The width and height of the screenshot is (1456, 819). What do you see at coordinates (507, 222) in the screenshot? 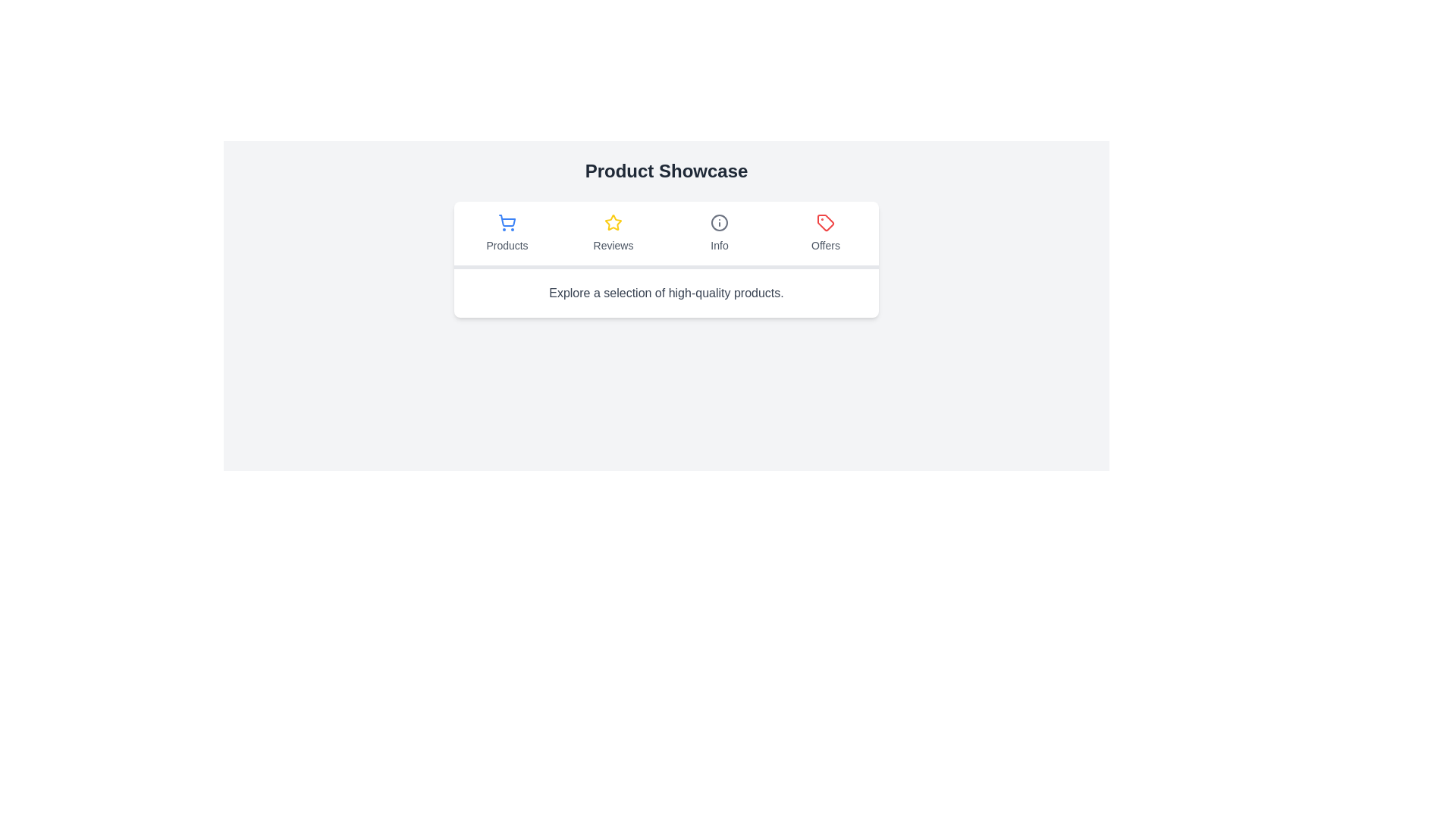
I see `the 'Products' tab icon, which represents the 'Products' category in the navigation interface` at bounding box center [507, 222].